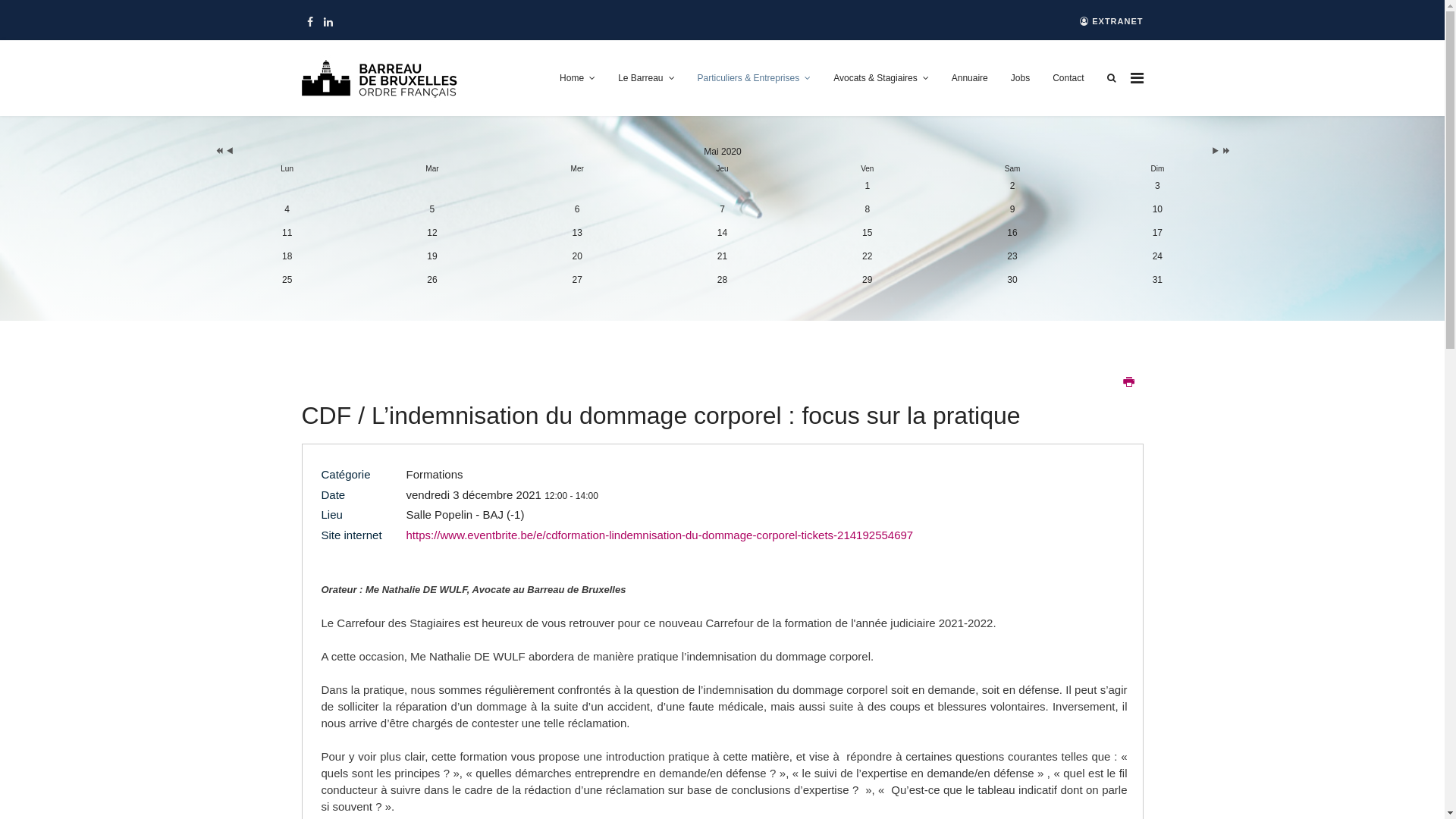 This screenshot has height=819, width=1456. What do you see at coordinates (1040, 78) in the screenshot?
I see `'Contact'` at bounding box center [1040, 78].